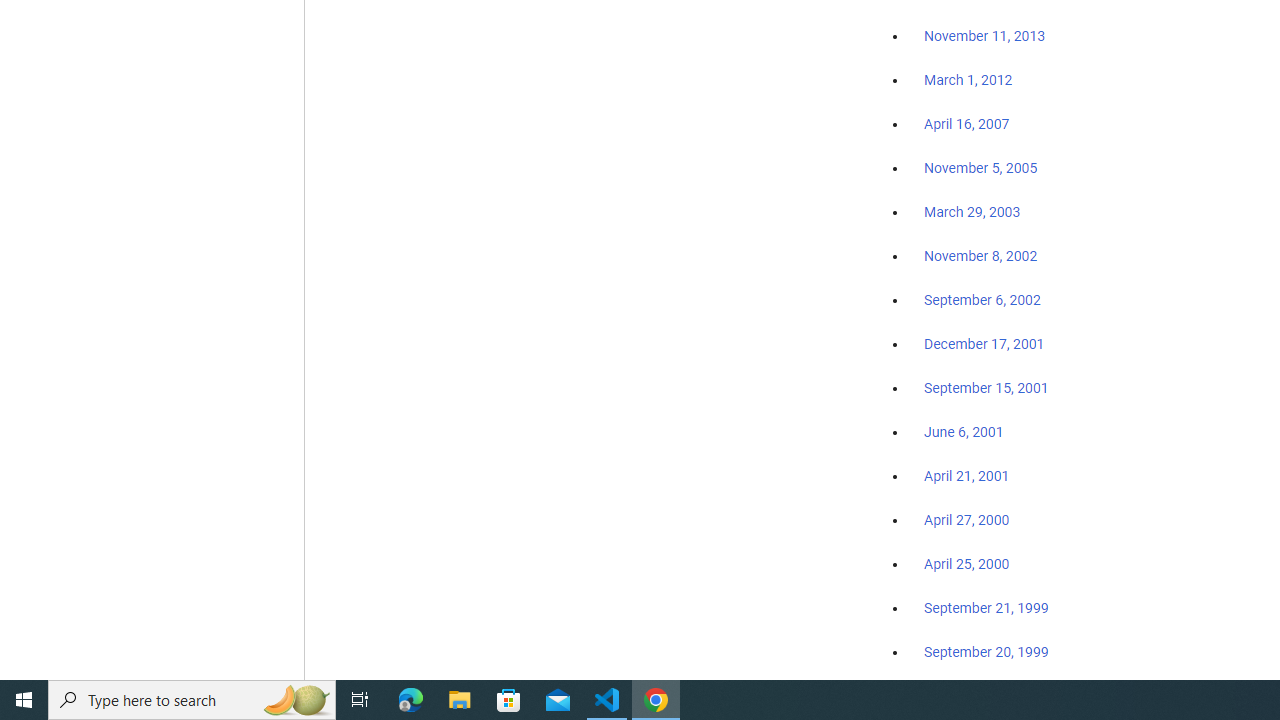  What do you see at coordinates (986, 607) in the screenshot?
I see `'September 21, 1999'` at bounding box center [986, 607].